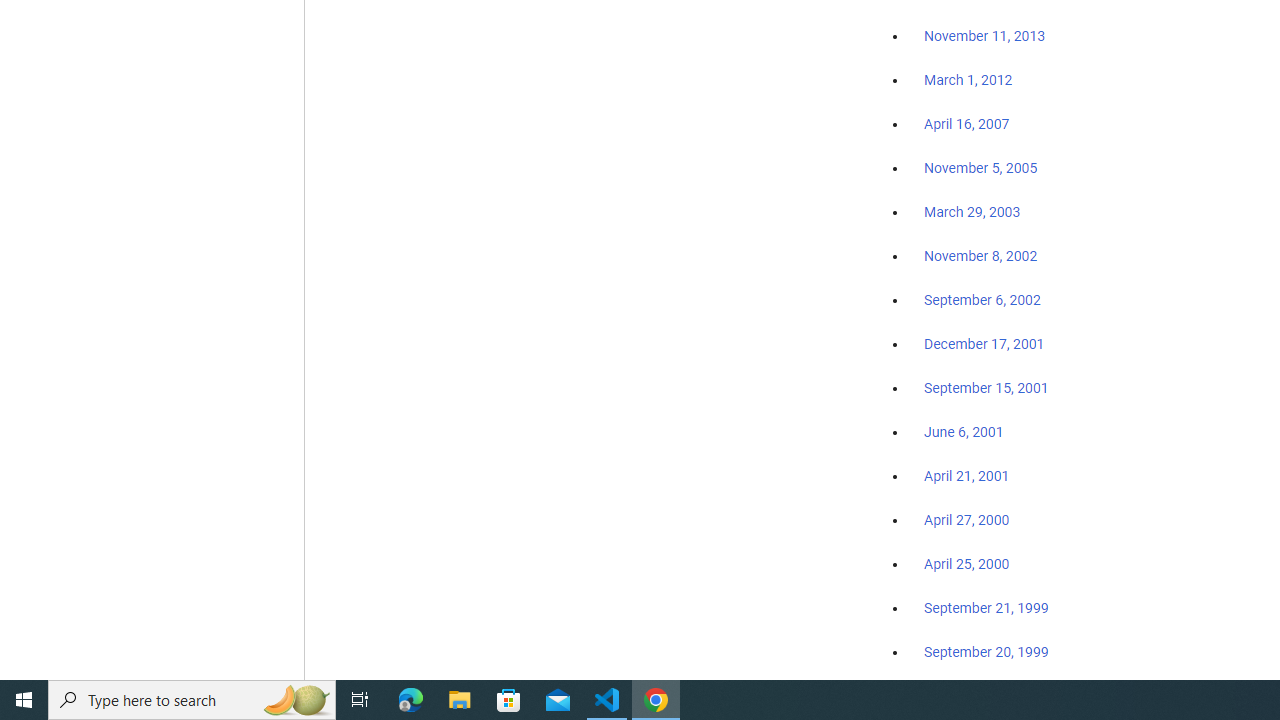  What do you see at coordinates (986, 607) in the screenshot?
I see `'September 21, 1999'` at bounding box center [986, 607].